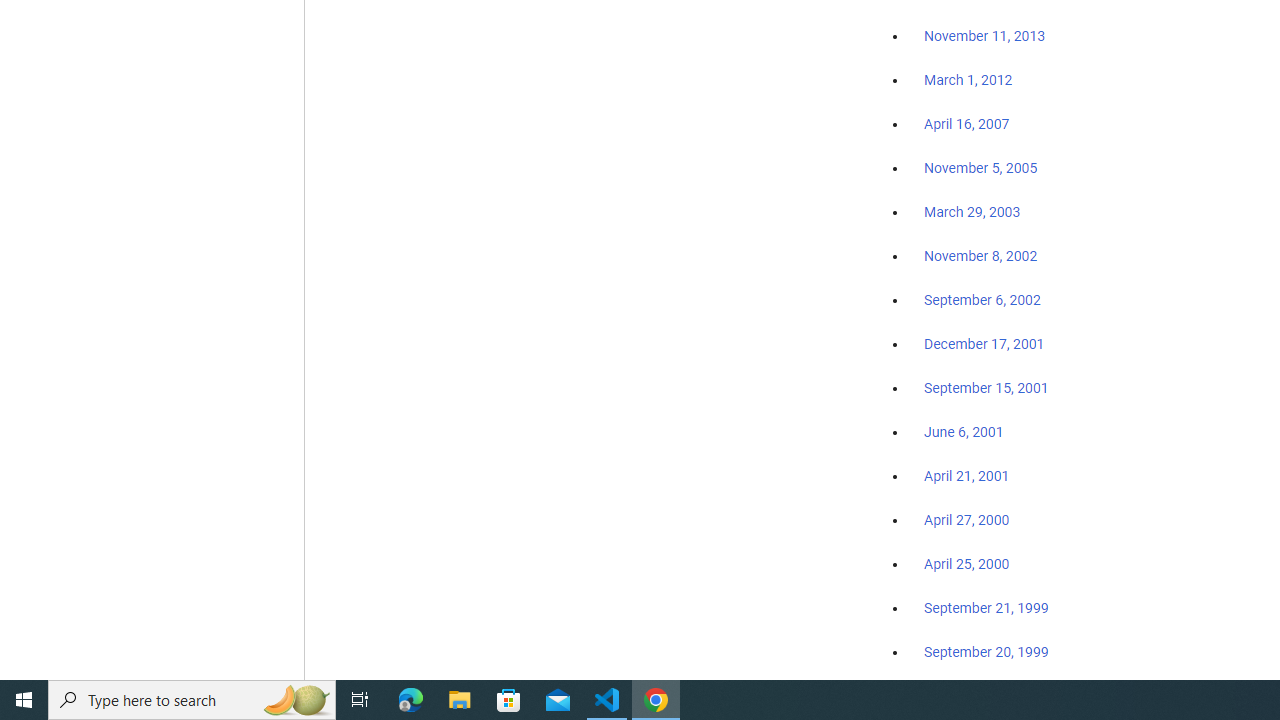  What do you see at coordinates (986, 607) in the screenshot?
I see `'September 21, 1999'` at bounding box center [986, 607].